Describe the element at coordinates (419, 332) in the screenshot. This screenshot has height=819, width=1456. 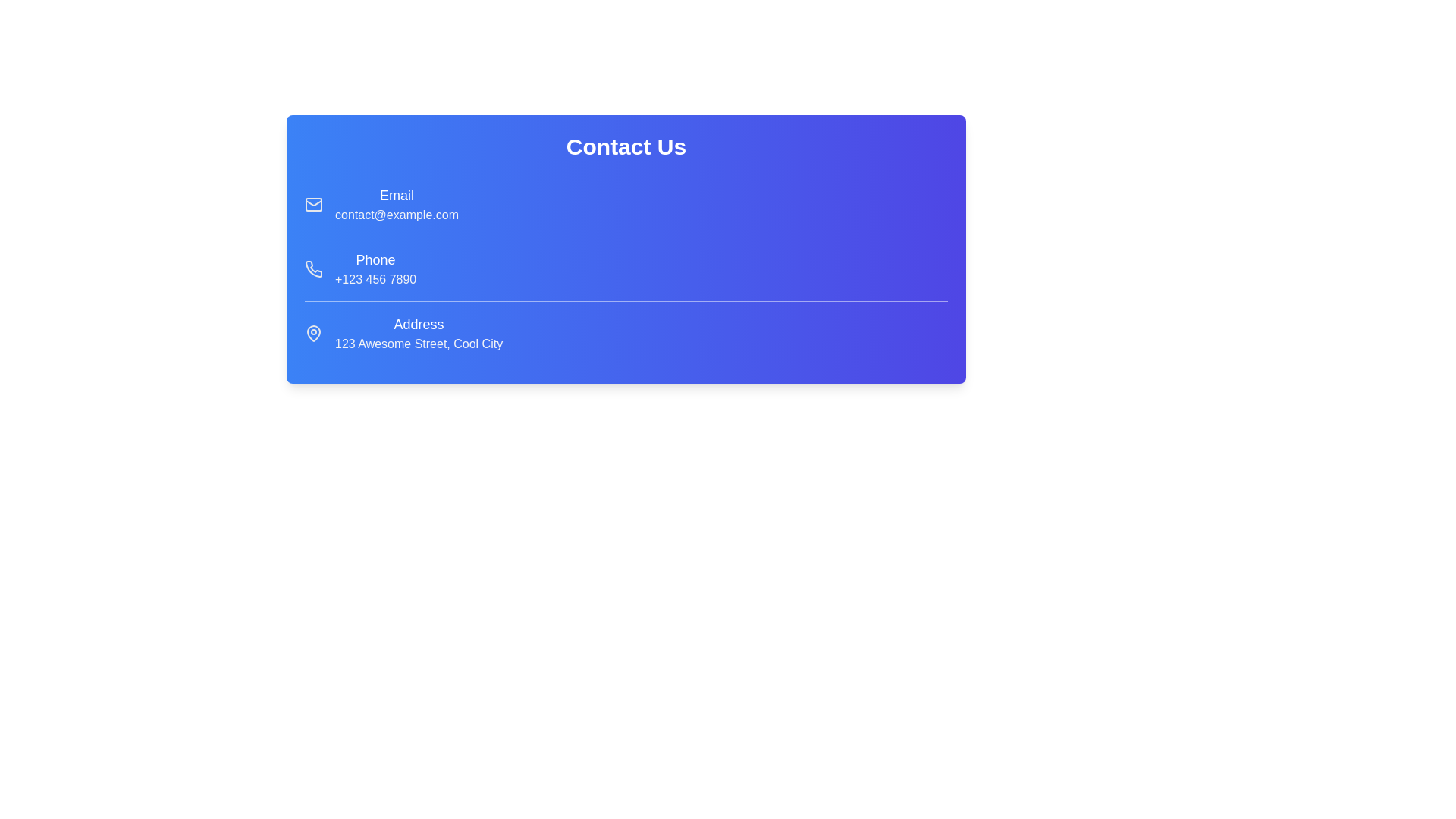
I see `the static text element displaying the postal address in the lower part of the contact information card, which is aligned to the left and appears after 'Email' and 'Phone'` at that location.